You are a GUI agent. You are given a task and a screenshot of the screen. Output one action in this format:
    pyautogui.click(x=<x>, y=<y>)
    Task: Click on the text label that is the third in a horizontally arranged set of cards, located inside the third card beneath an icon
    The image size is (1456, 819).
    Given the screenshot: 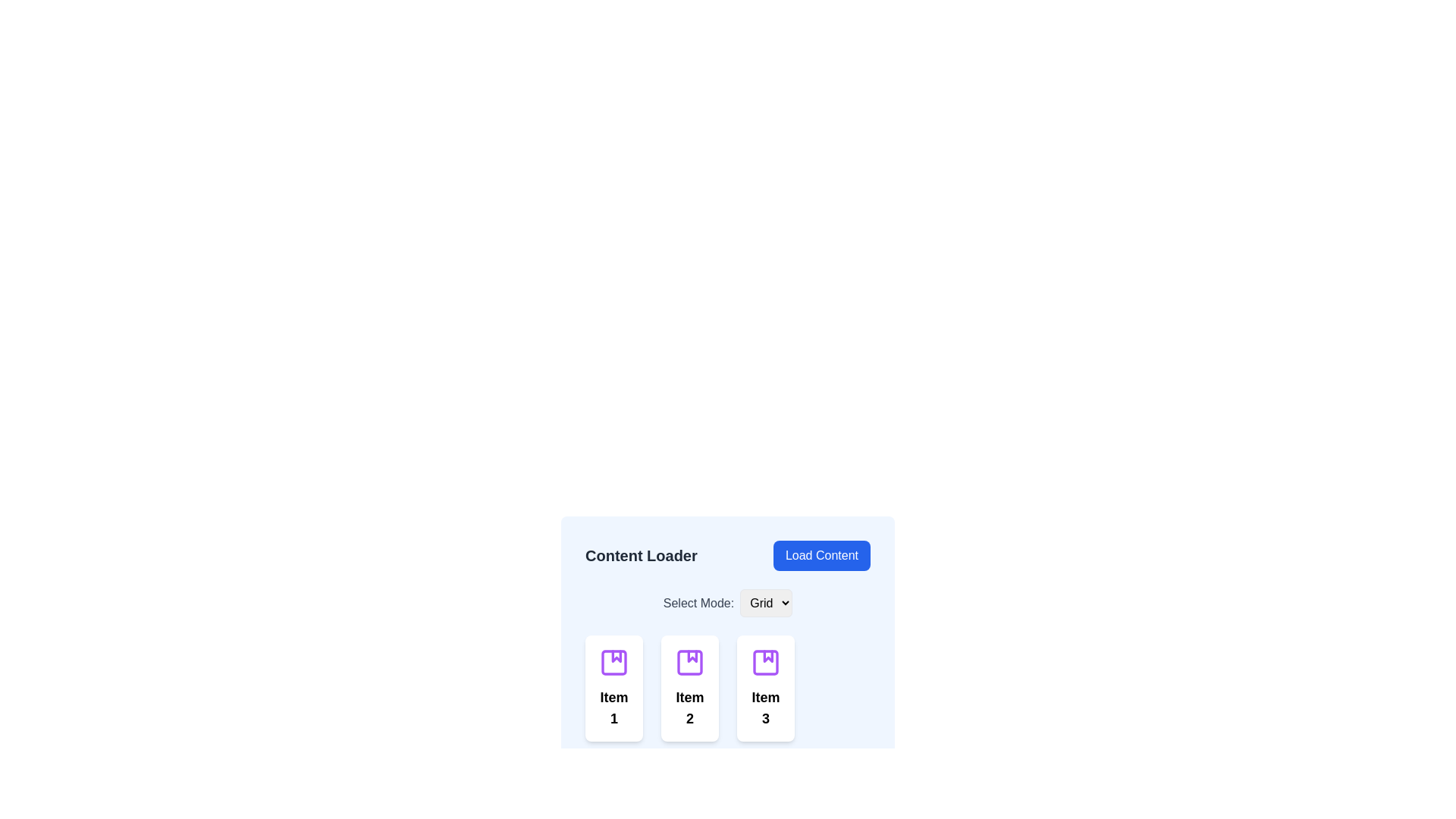 What is the action you would take?
    pyautogui.click(x=765, y=708)
    